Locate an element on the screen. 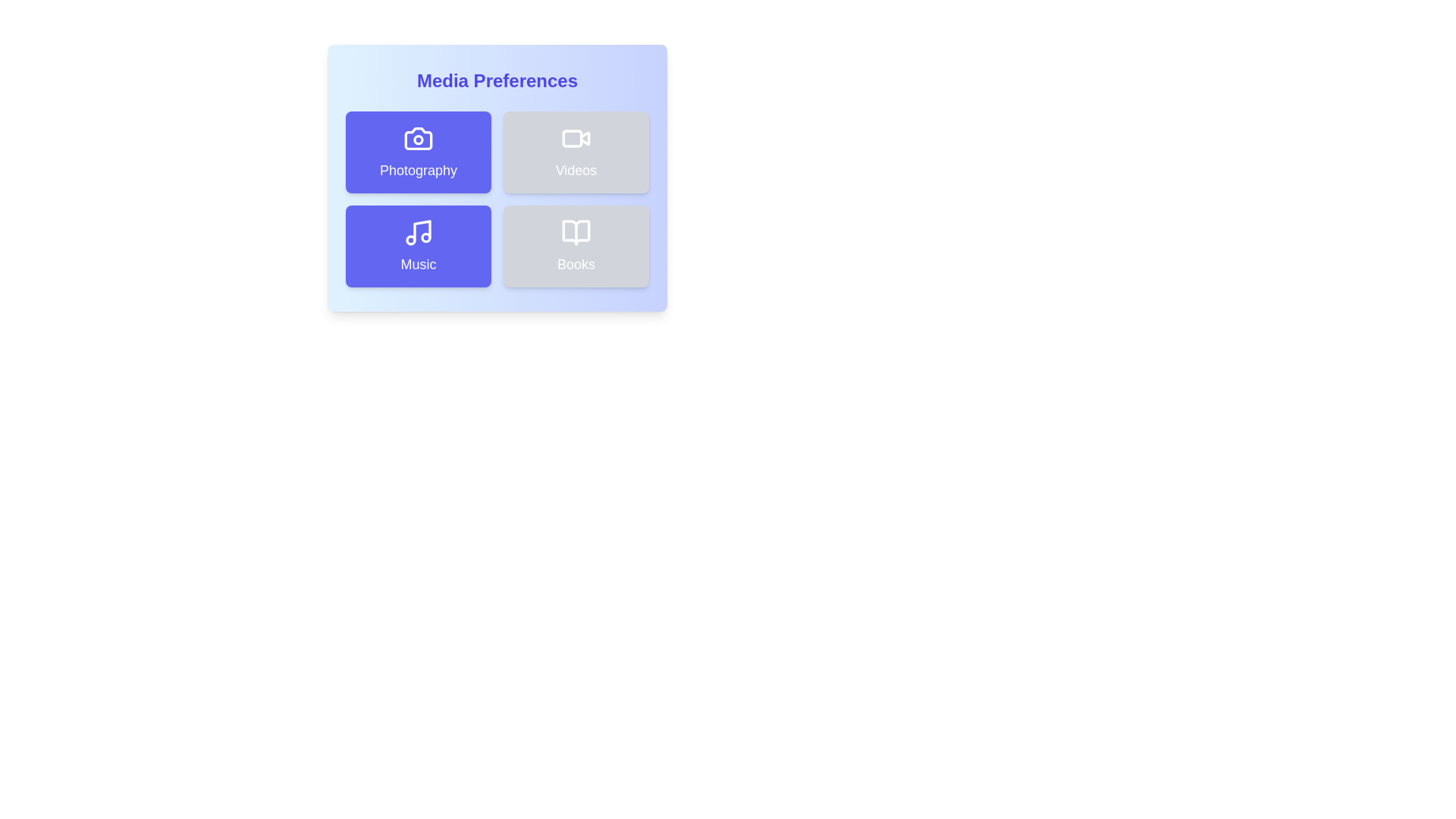 This screenshot has width=1456, height=819. the Videos button to observe visual feedback is located at coordinates (575, 152).